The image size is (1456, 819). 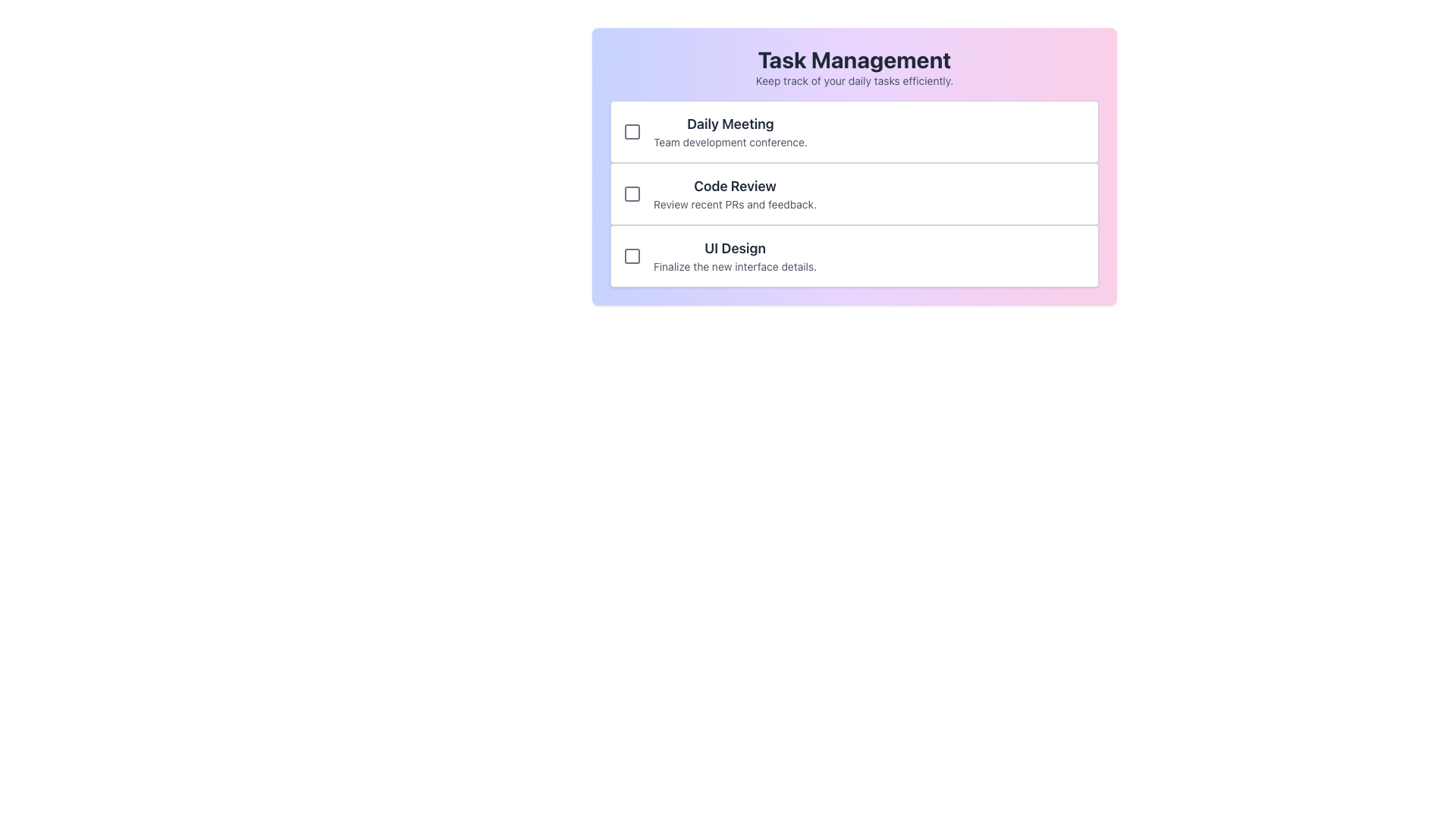 I want to click on the task labeled 'UI Design' with the description 'Finalize the new interface details' in the task management interface, so click(x=735, y=256).